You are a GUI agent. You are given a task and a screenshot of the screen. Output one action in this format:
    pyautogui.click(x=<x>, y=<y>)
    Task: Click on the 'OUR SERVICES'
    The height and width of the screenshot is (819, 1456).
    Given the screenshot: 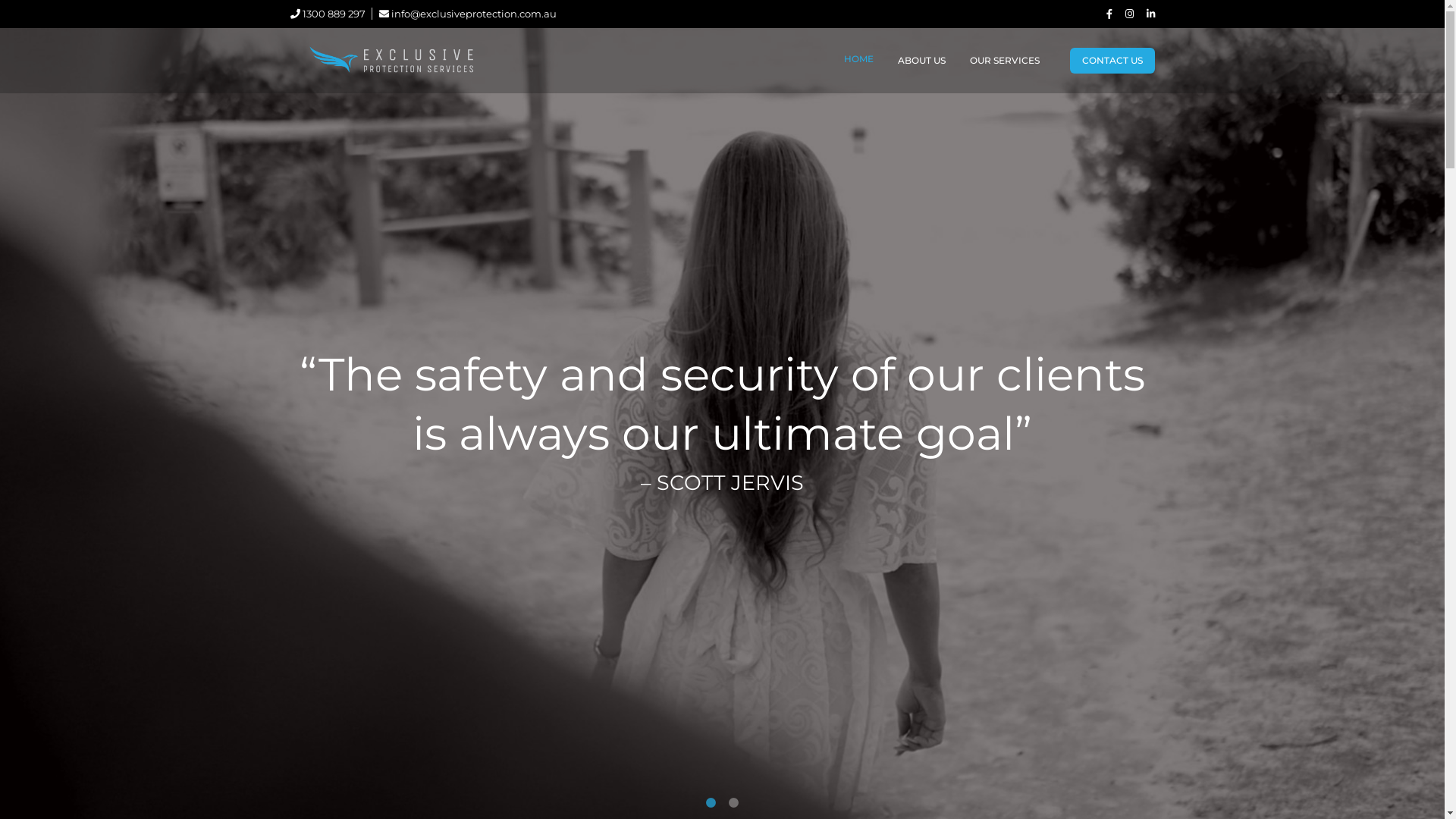 What is the action you would take?
    pyautogui.click(x=1004, y=60)
    